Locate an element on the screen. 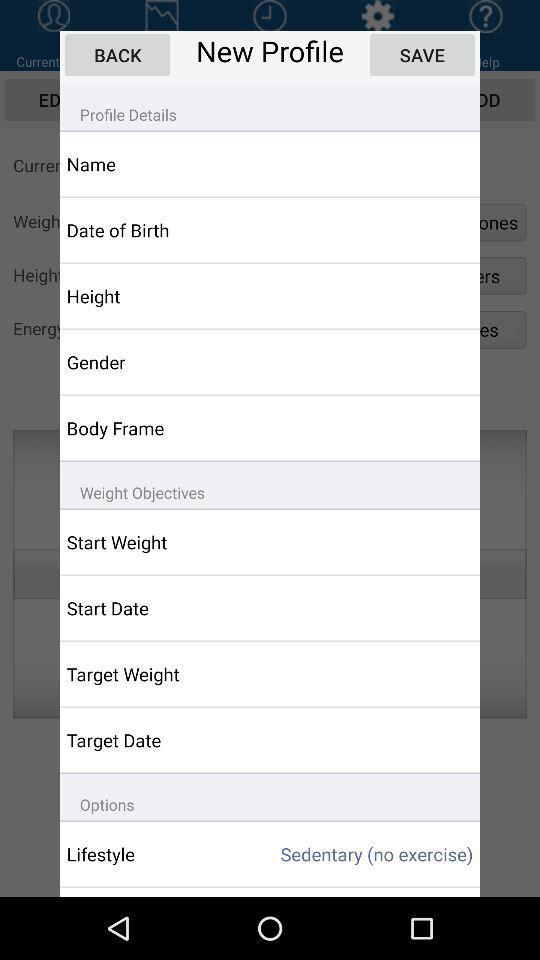  the target weight is located at coordinates (155, 674).